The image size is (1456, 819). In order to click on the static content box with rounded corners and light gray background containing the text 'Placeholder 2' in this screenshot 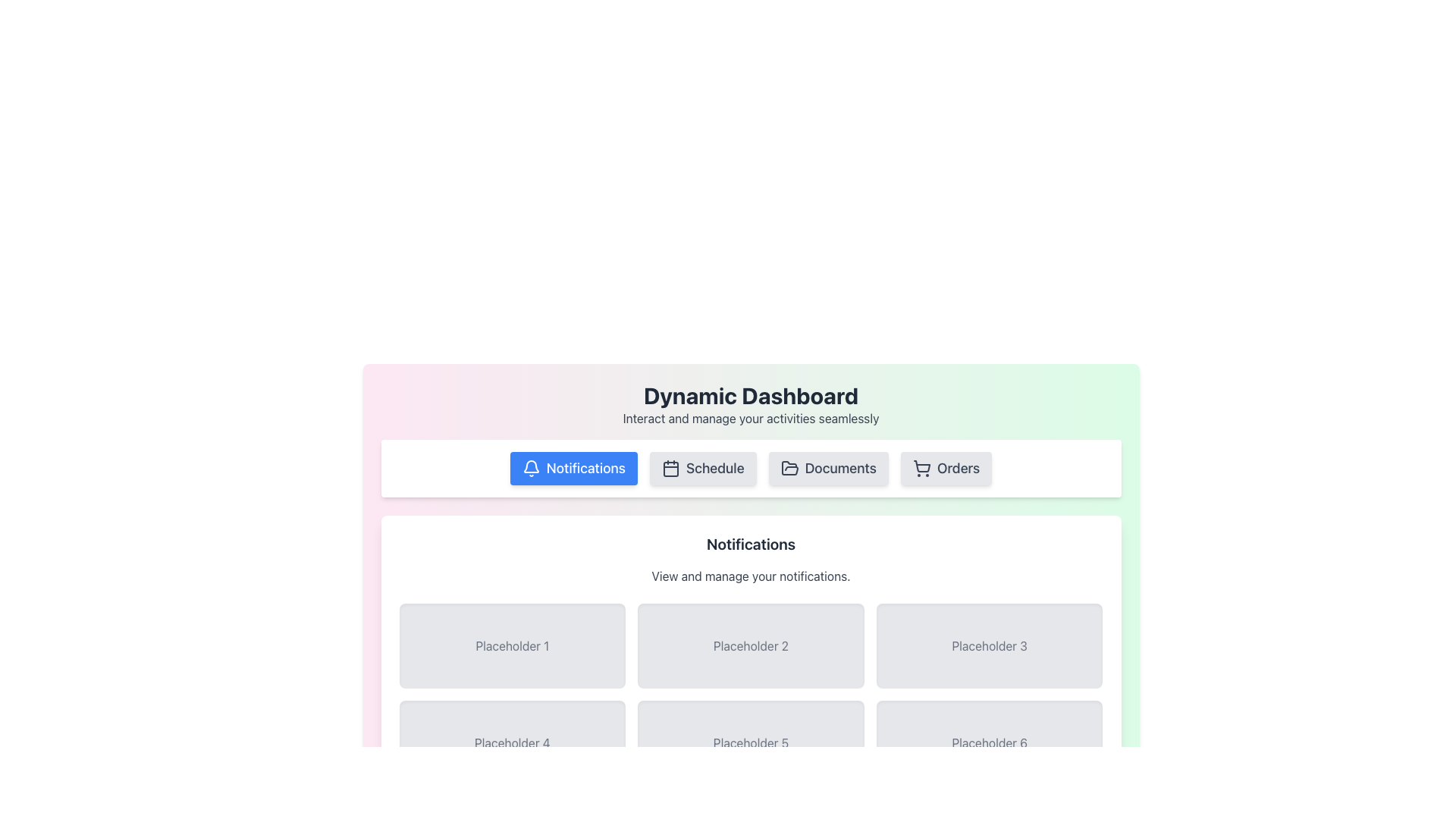, I will do `click(751, 646)`.